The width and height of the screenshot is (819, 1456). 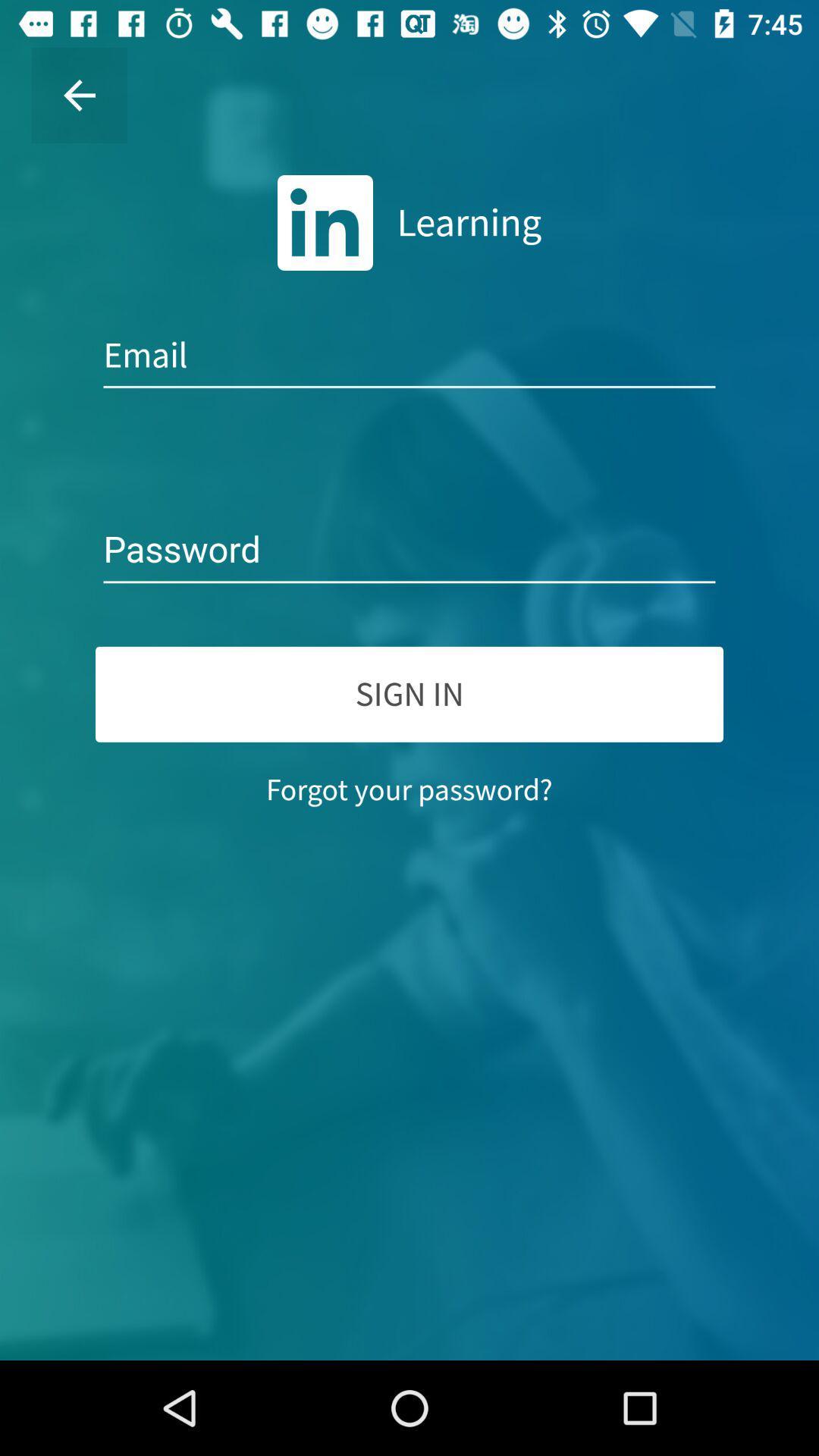 I want to click on the item at the top left corner, so click(x=79, y=94).